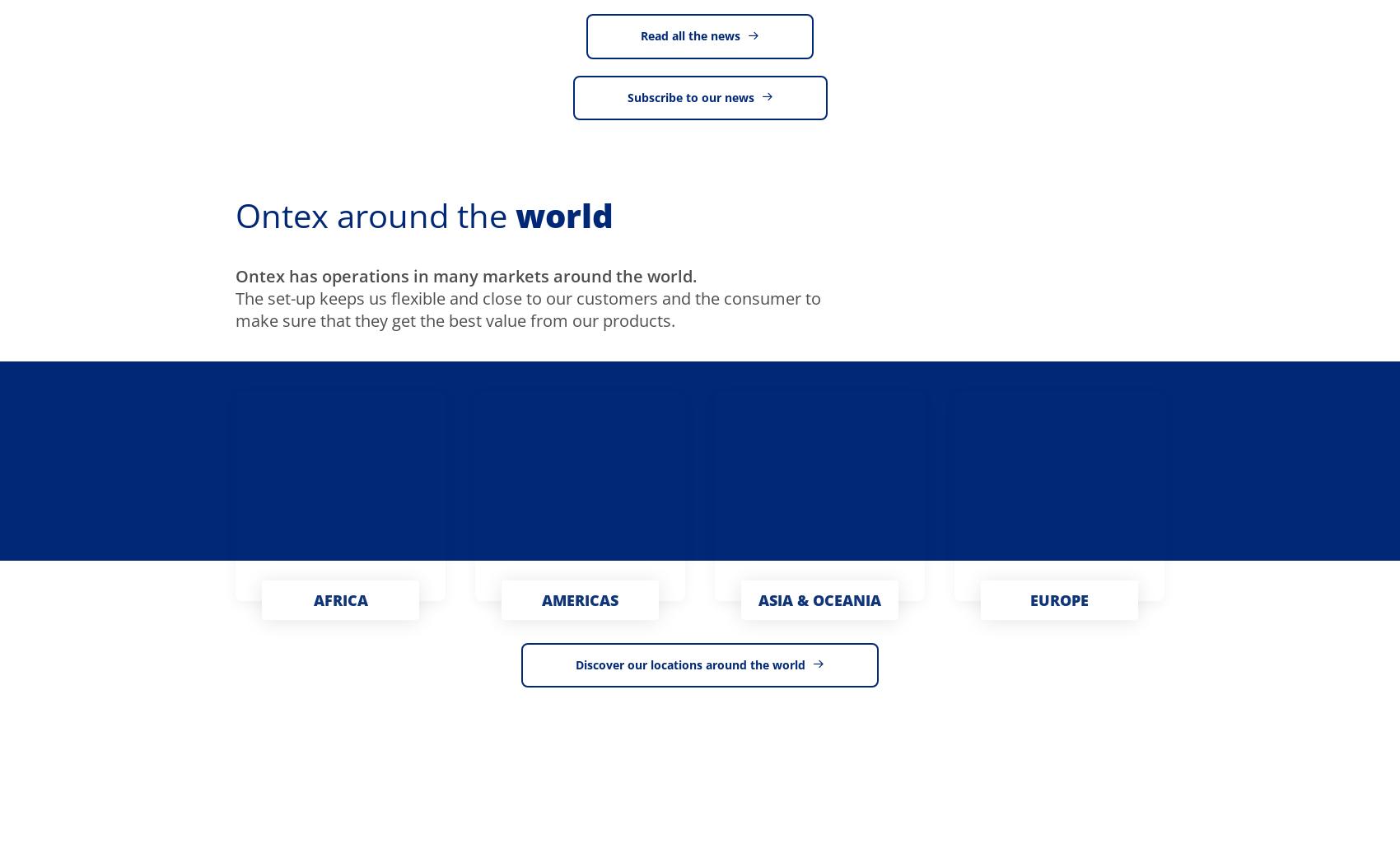 This screenshot has height=867, width=1400. I want to click on 'AMERICAS', so click(580, 599).